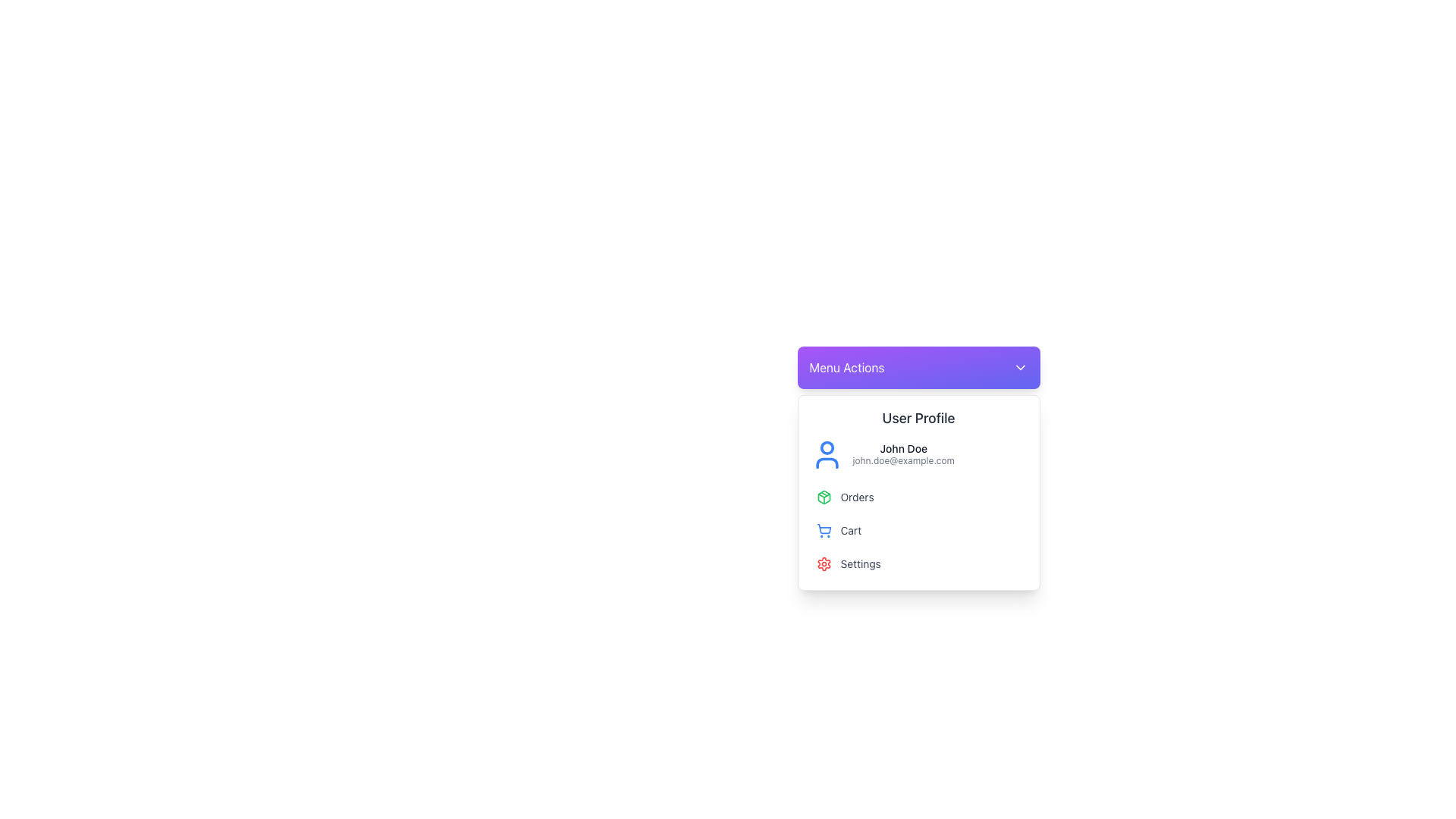 This screenshot has width=1456, height=819. Describe the element at coordinates (1020, 368) in the screenshot. I see `the dropdown indicator icon located at the far-right side of the purple header, adjacent to 'Menu Actions'` at that location.